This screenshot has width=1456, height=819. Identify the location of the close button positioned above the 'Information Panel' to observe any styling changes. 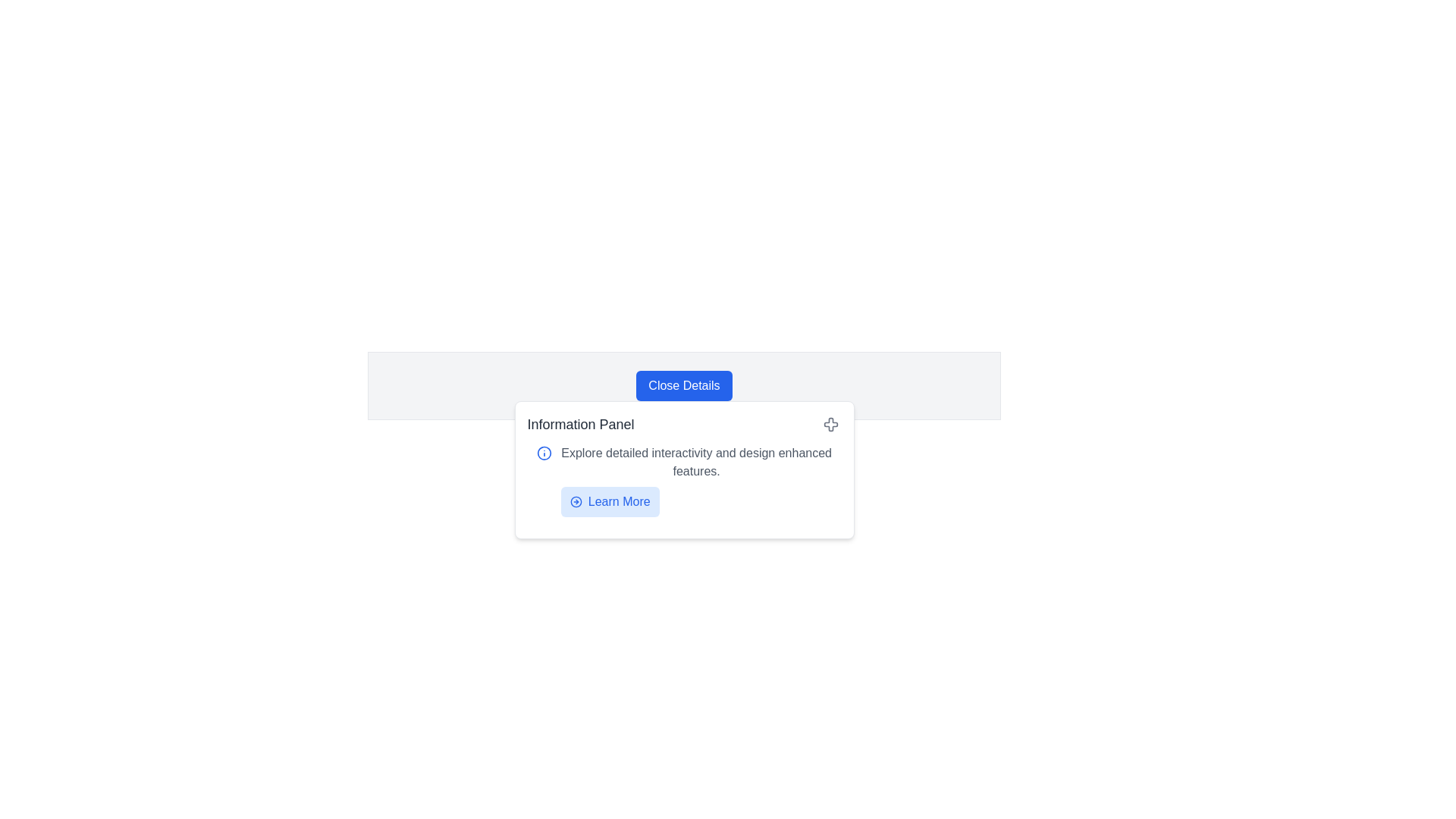
(683, 385).